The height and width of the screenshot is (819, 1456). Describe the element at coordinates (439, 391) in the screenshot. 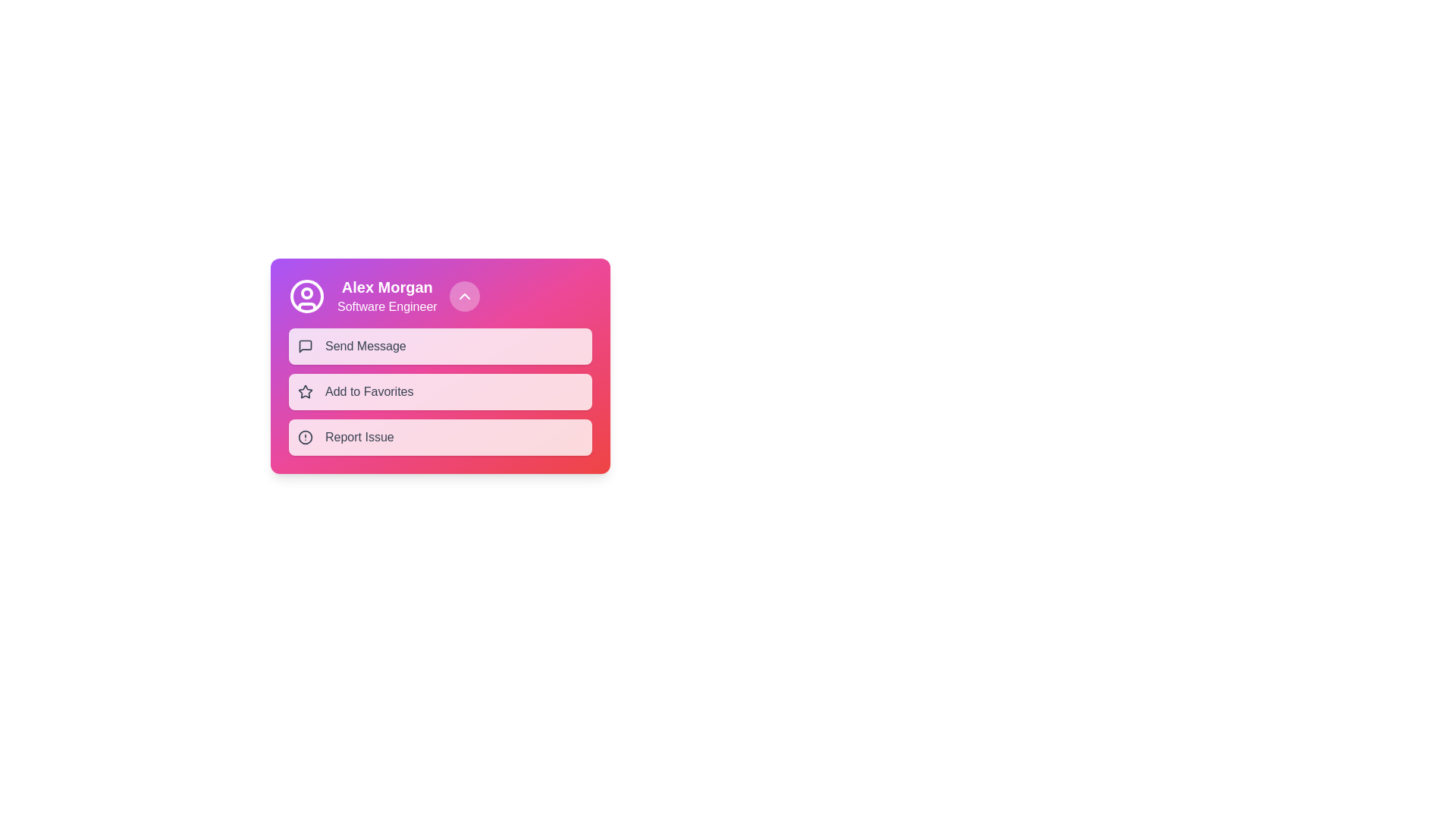

I see `the 'Add to Favorites' button using keyboard navigation` at that location.